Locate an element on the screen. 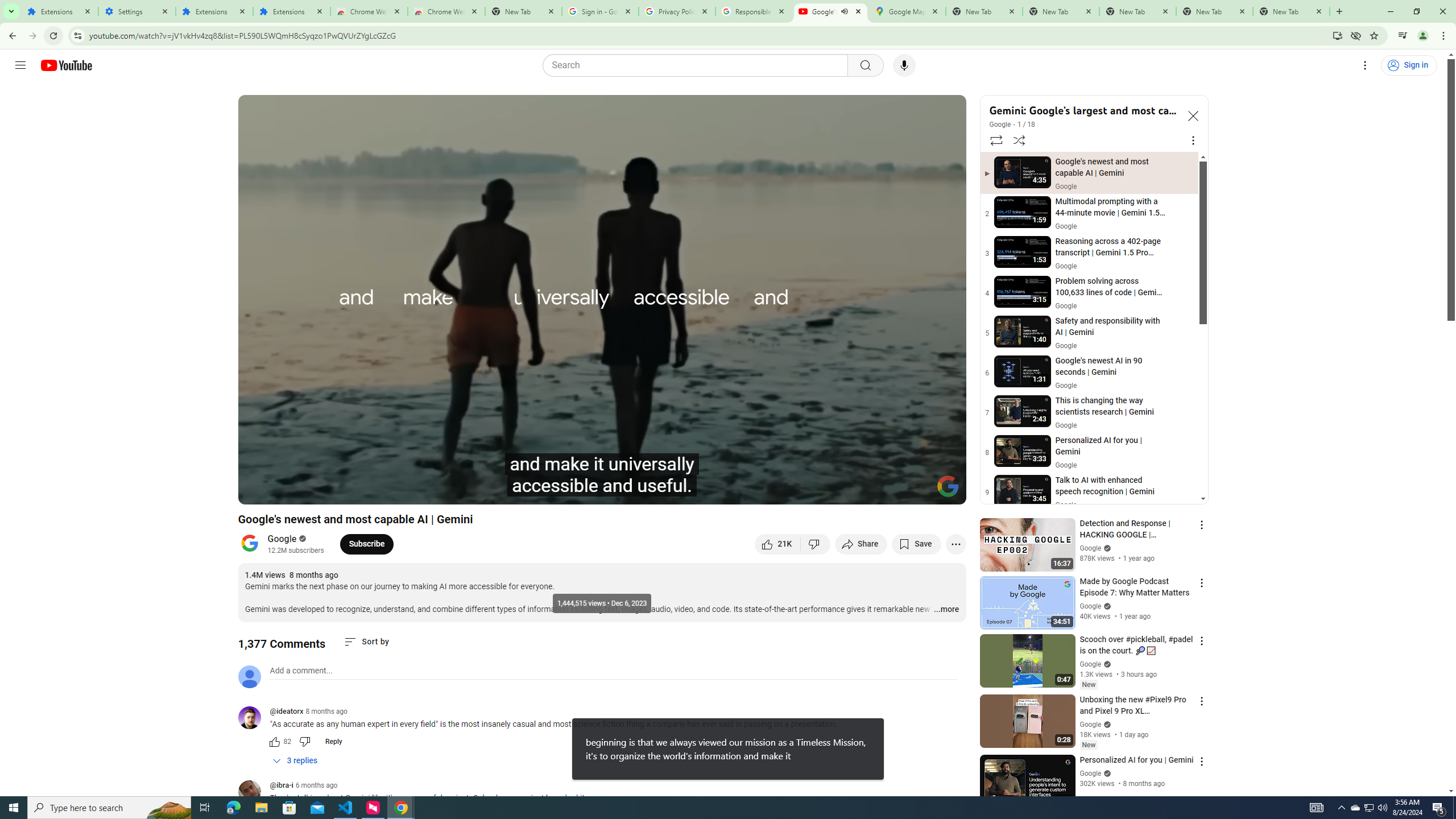 The width and height of the screenshot is (1456, 819). 'Sort comments' is located at coordinates (366, 641).